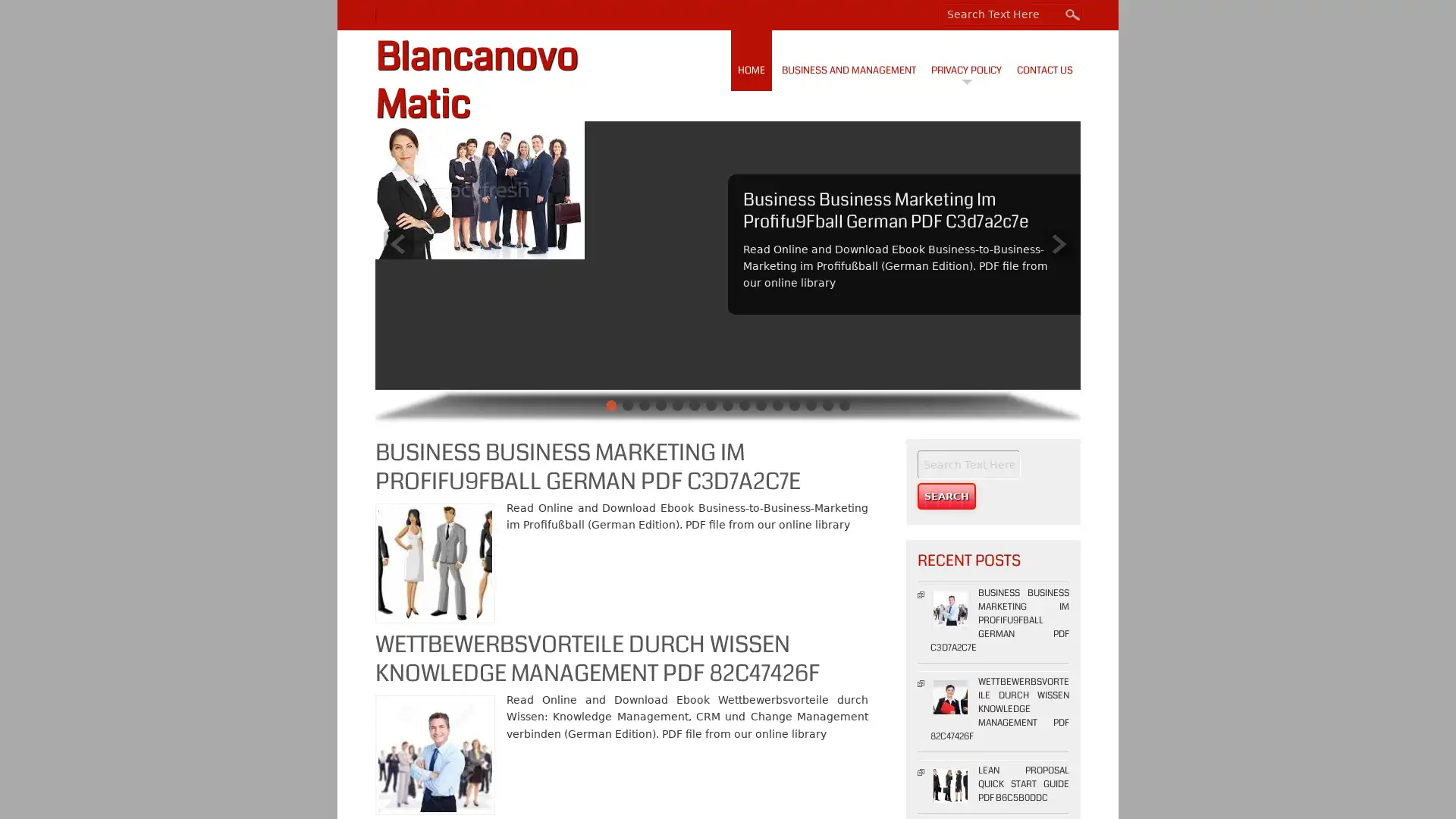 The image size is (1456, 819). I want to click on Search, so click(946, 496).